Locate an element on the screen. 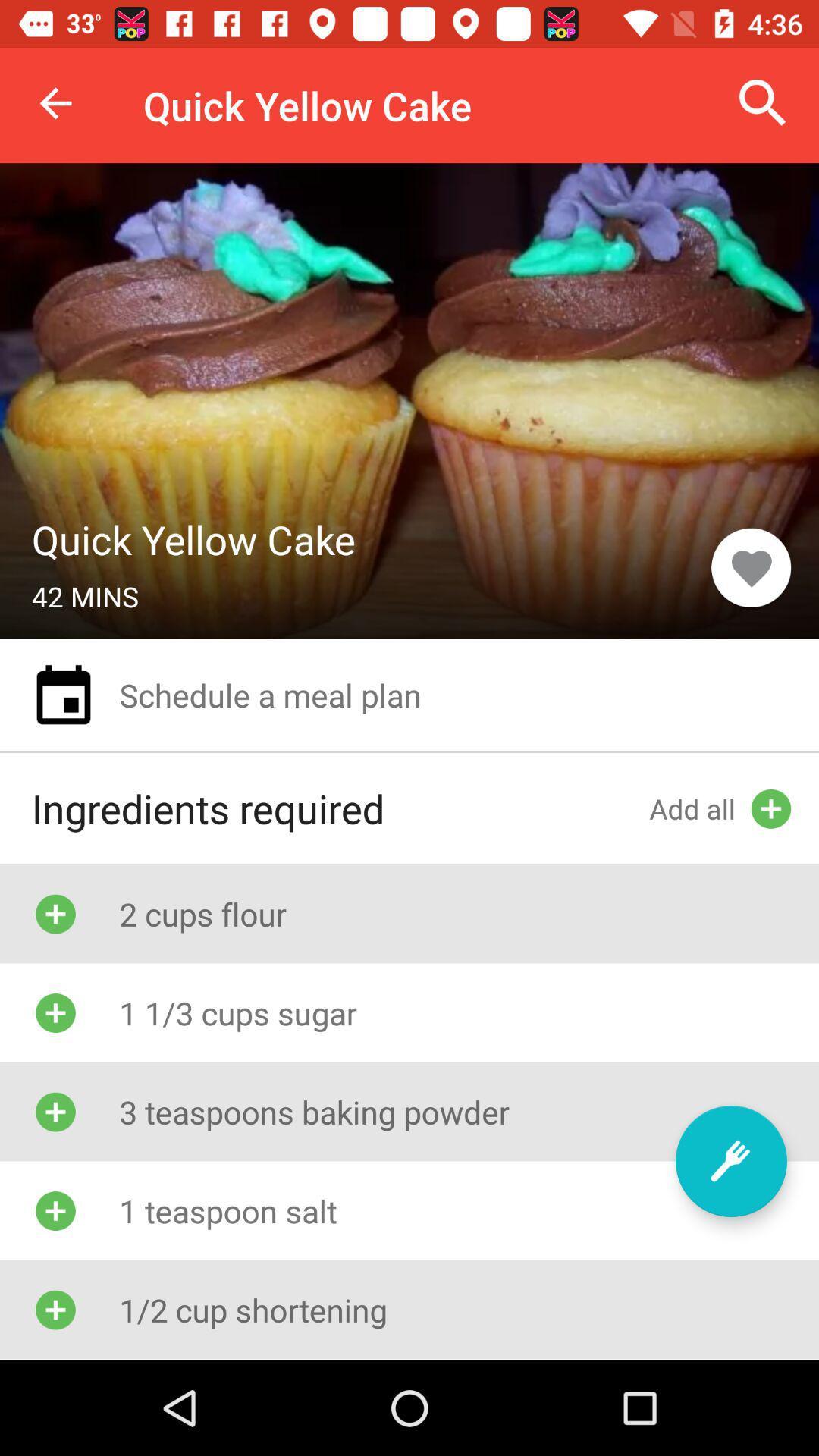 Image resolution: width=819 pixels, height=1456 pixels. the edit icon is located at coordinates (730, 1160).